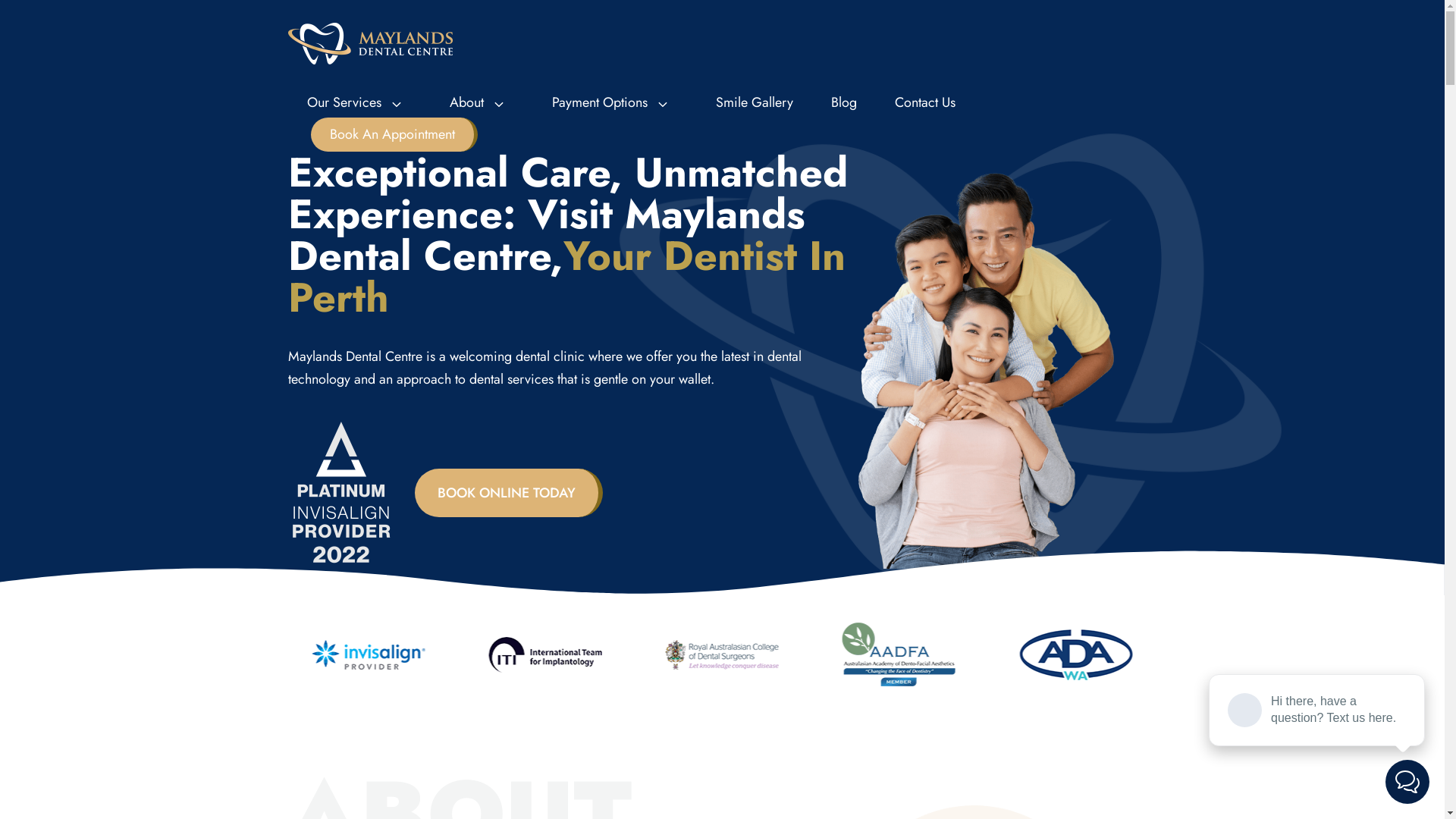 The width and height of the screenshot is (1456, 819). Describe the element at coordinates (811, 102) in the screenshot. I see `'Blog'` at that location.